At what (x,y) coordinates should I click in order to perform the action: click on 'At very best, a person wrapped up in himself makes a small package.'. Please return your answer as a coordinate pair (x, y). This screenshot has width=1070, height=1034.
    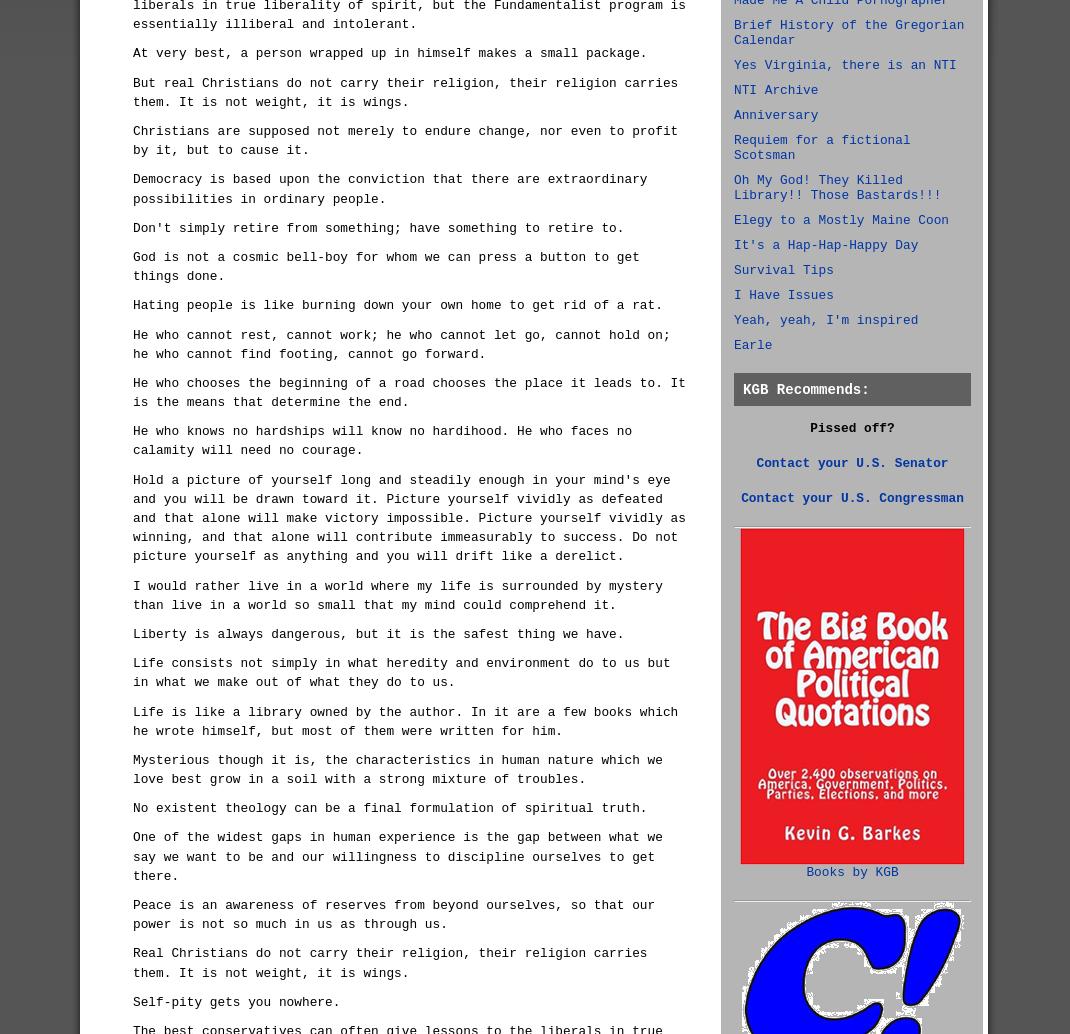
    Looking at the image, I should click on (389, 53).